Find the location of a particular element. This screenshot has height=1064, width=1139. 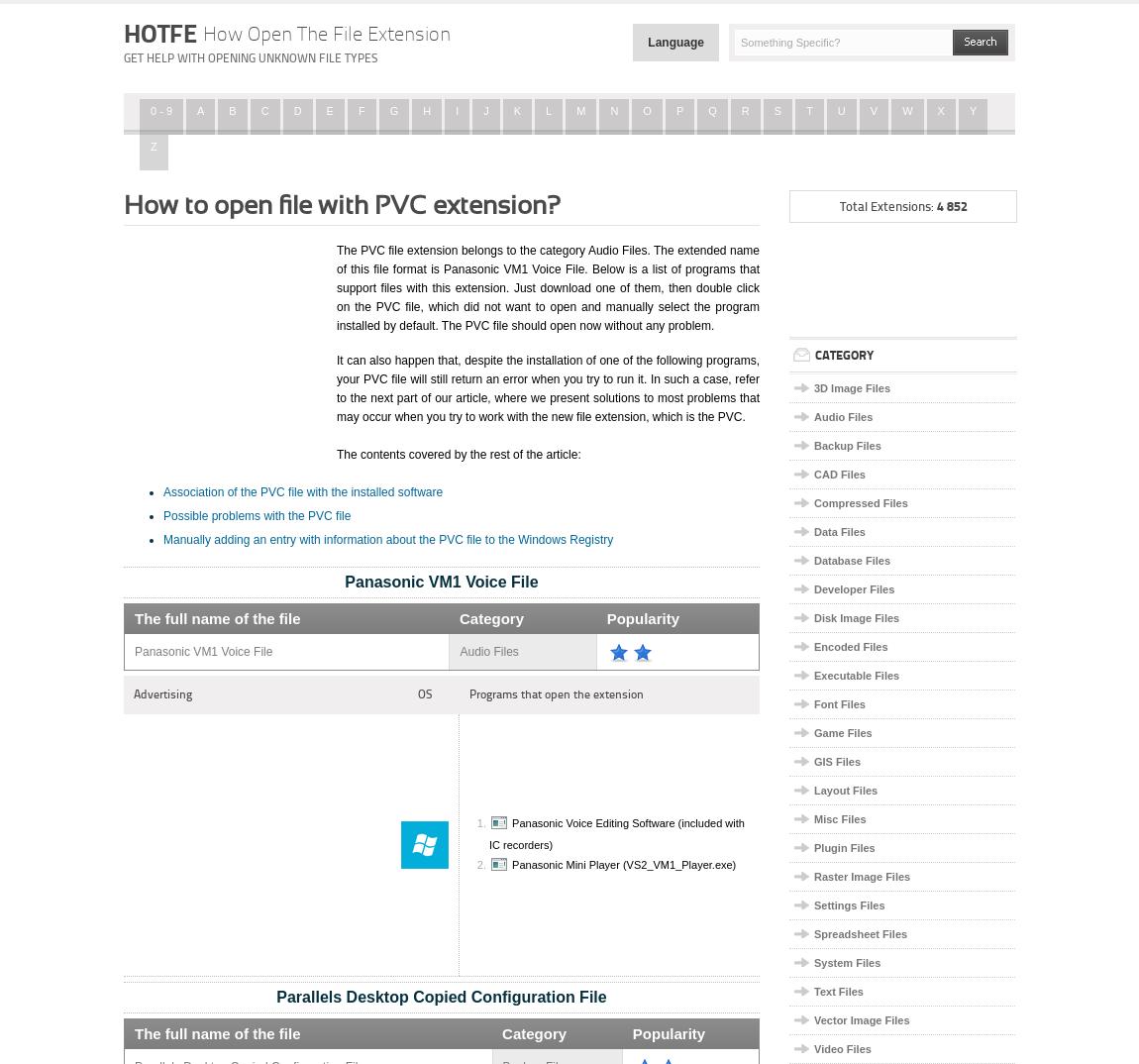

'Spreadsheet Files' is located at coordinates (861, 933).